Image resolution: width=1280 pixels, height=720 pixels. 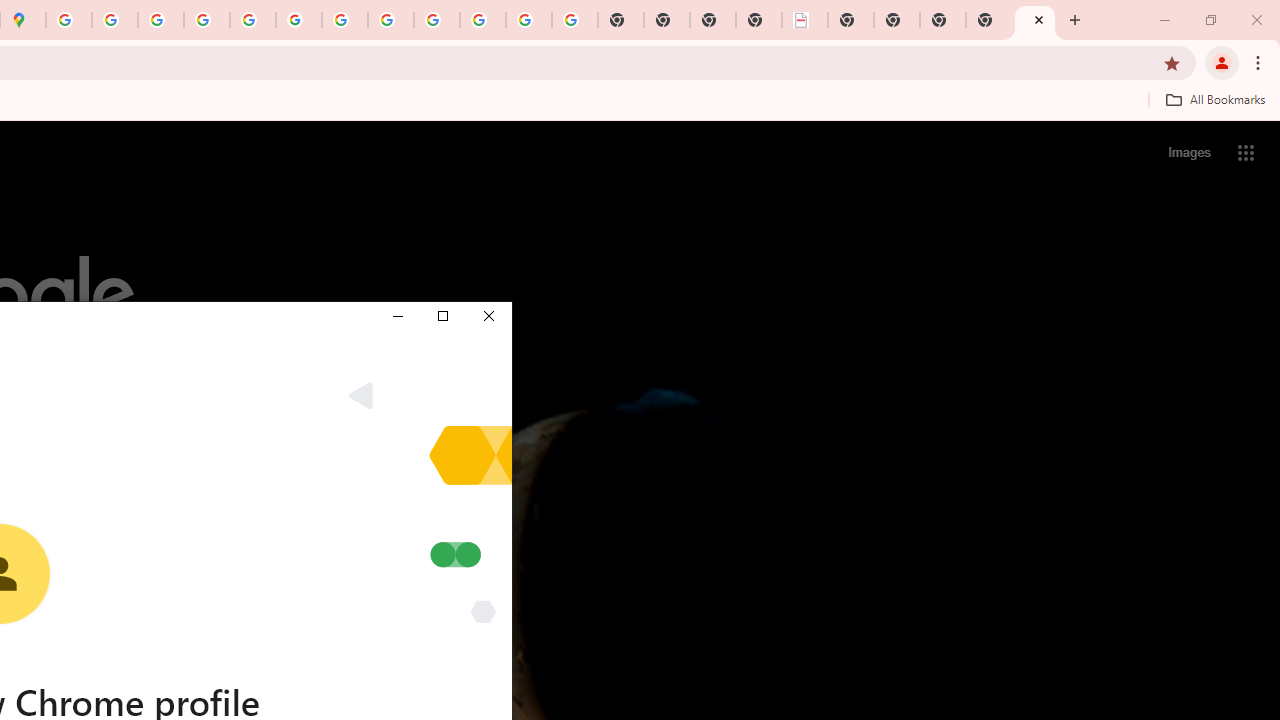 What do you see at coordinates (207, 20) in the screenshot?
I see `'Privacy Help Center - Policies Help'` at bounding box center [207, 20].